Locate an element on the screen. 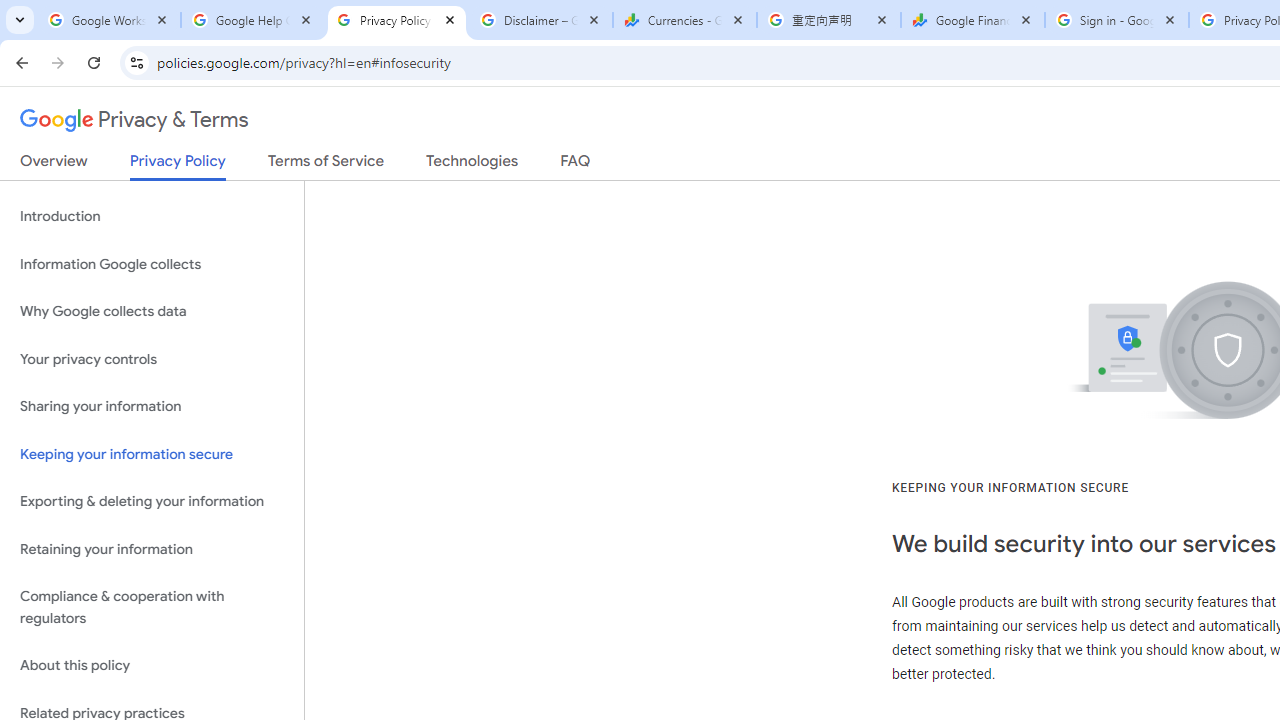 The image size is (1280, 720). 'Technologies' is located at coordinates (471, 164).